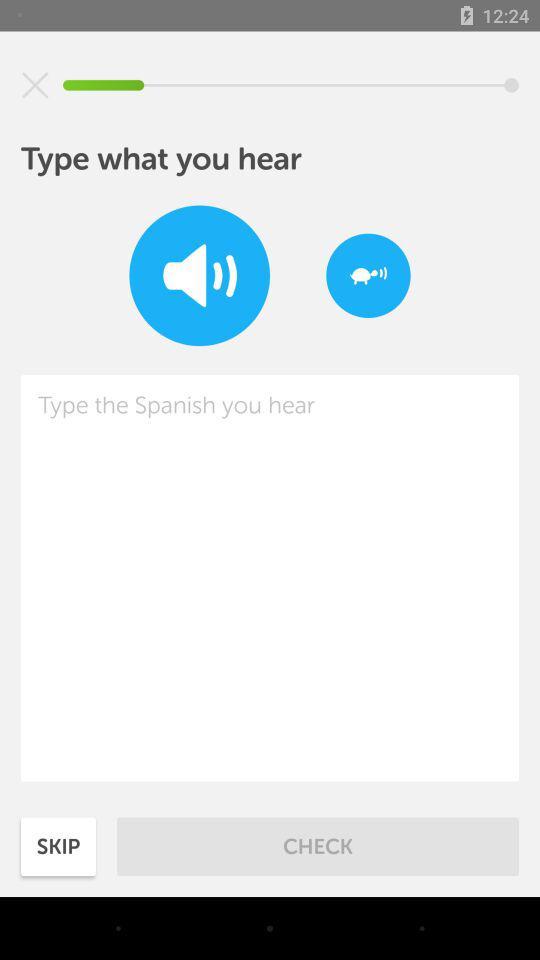 The width and height of the screenshot is (540, 960). What do you see at coordinates (367, 274) in the screenshot?
I see `slow talking button` at bounding box center [367, 274].